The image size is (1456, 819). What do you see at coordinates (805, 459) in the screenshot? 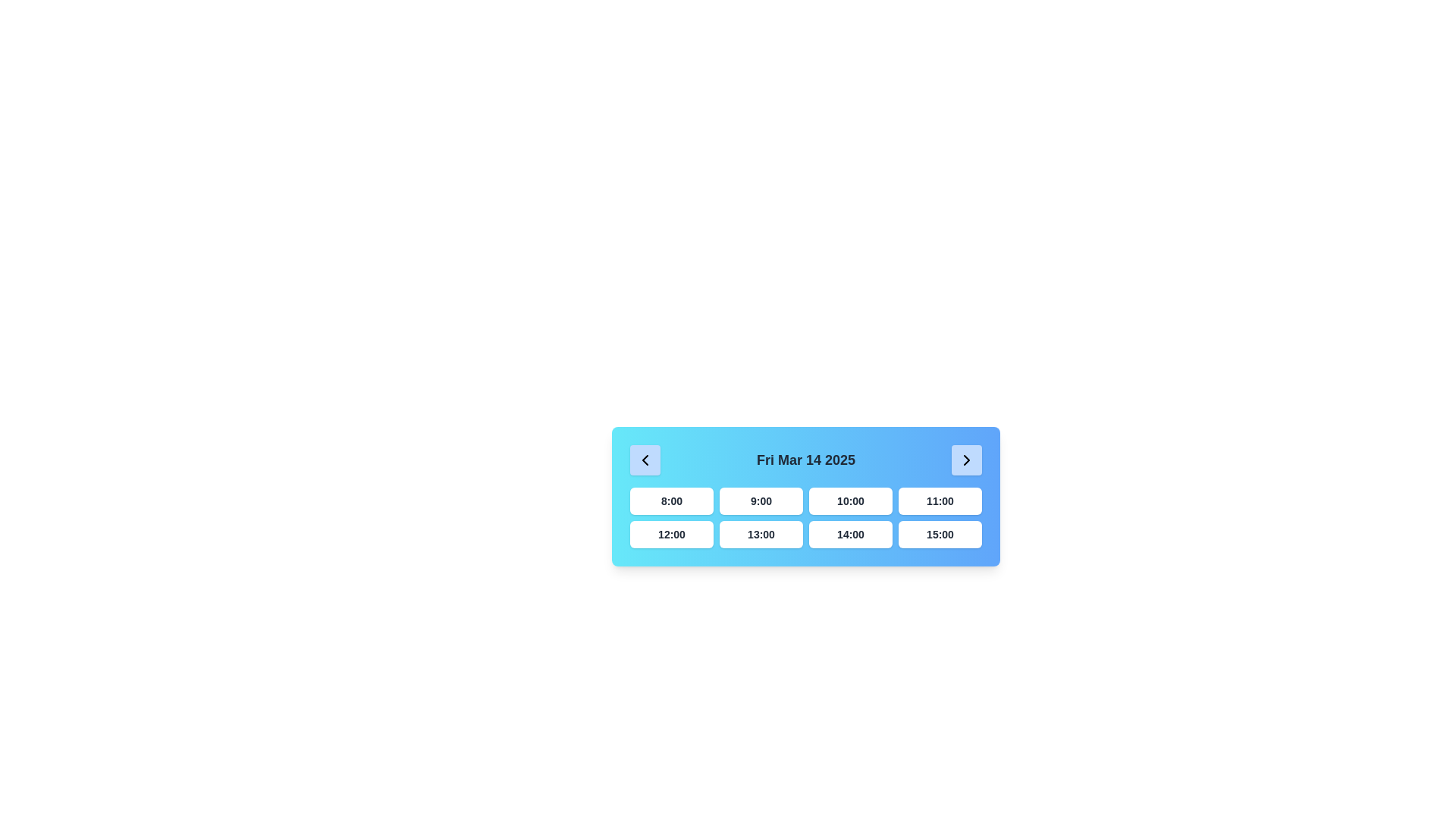
I see `the static text displaying the date 'Fri Mar 14 2025' which is centrally positioned between two arrow icons on a blue-gradient background` at bounding box center [805, 459].